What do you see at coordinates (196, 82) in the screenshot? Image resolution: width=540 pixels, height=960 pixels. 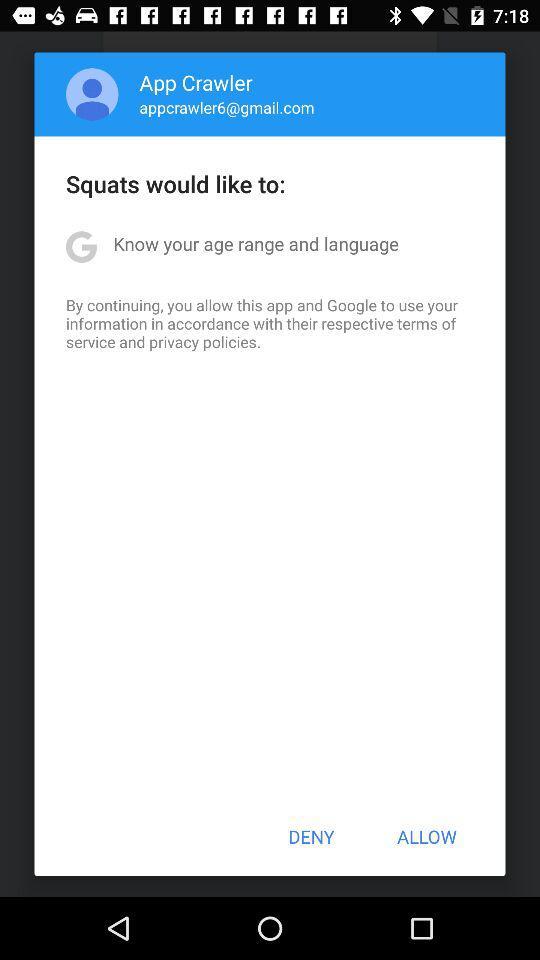 I see `the app crawler` at bounding box center [196, 82].